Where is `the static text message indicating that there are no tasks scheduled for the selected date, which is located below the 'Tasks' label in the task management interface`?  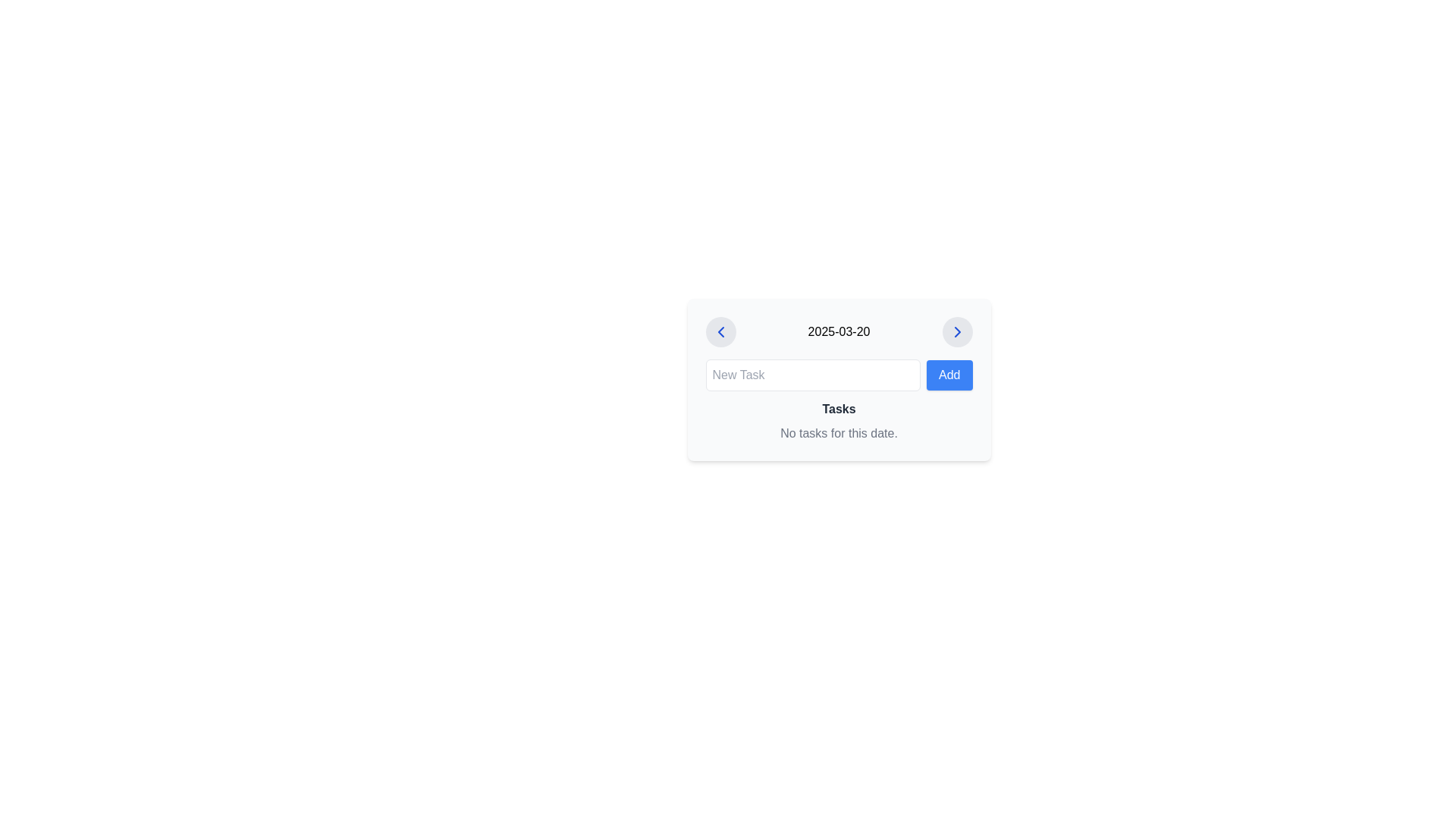 the static text message indicating that there are no tasks scheduled for the selected date, which is located below the 'Tasks' label in the task management interface is located at coordinates (838, 433).